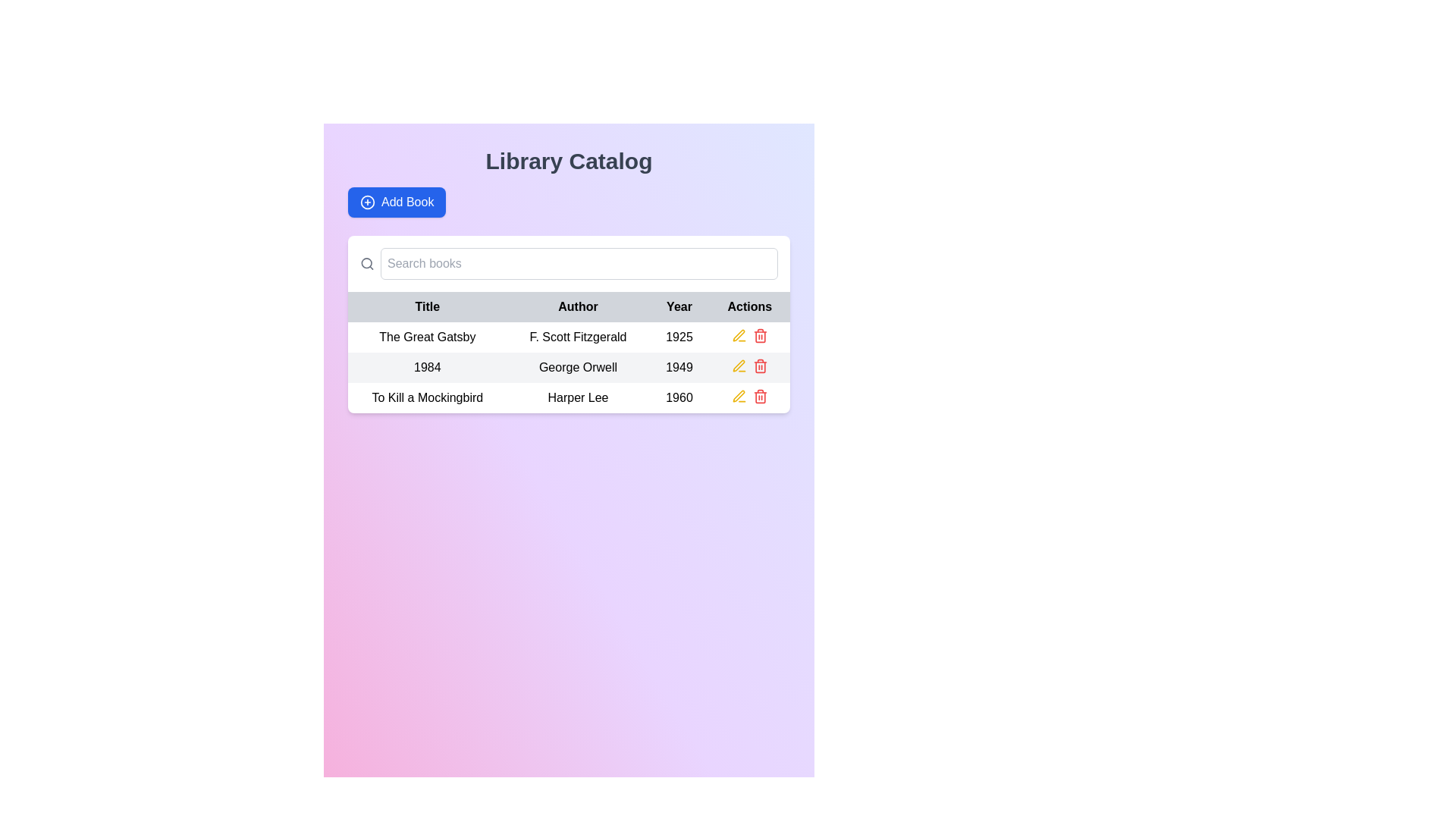 The height and width of the screenshot is (819, 1456). Describe the element at coordinates (760, 335) in the screenshot. I see `the delete button located in the 'Actions' column of the third row in the table` at that location.